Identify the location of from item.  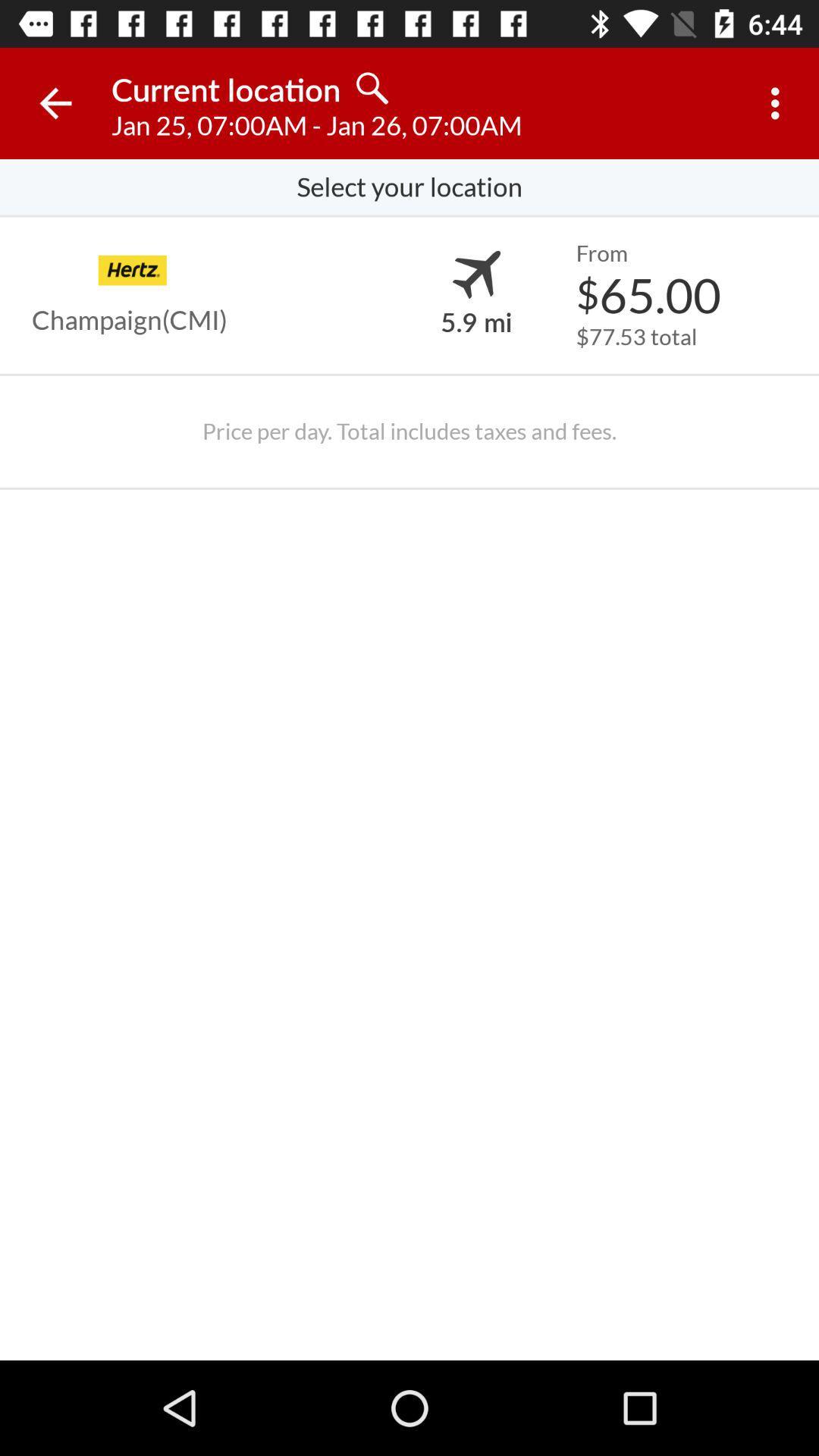
(601, 253).